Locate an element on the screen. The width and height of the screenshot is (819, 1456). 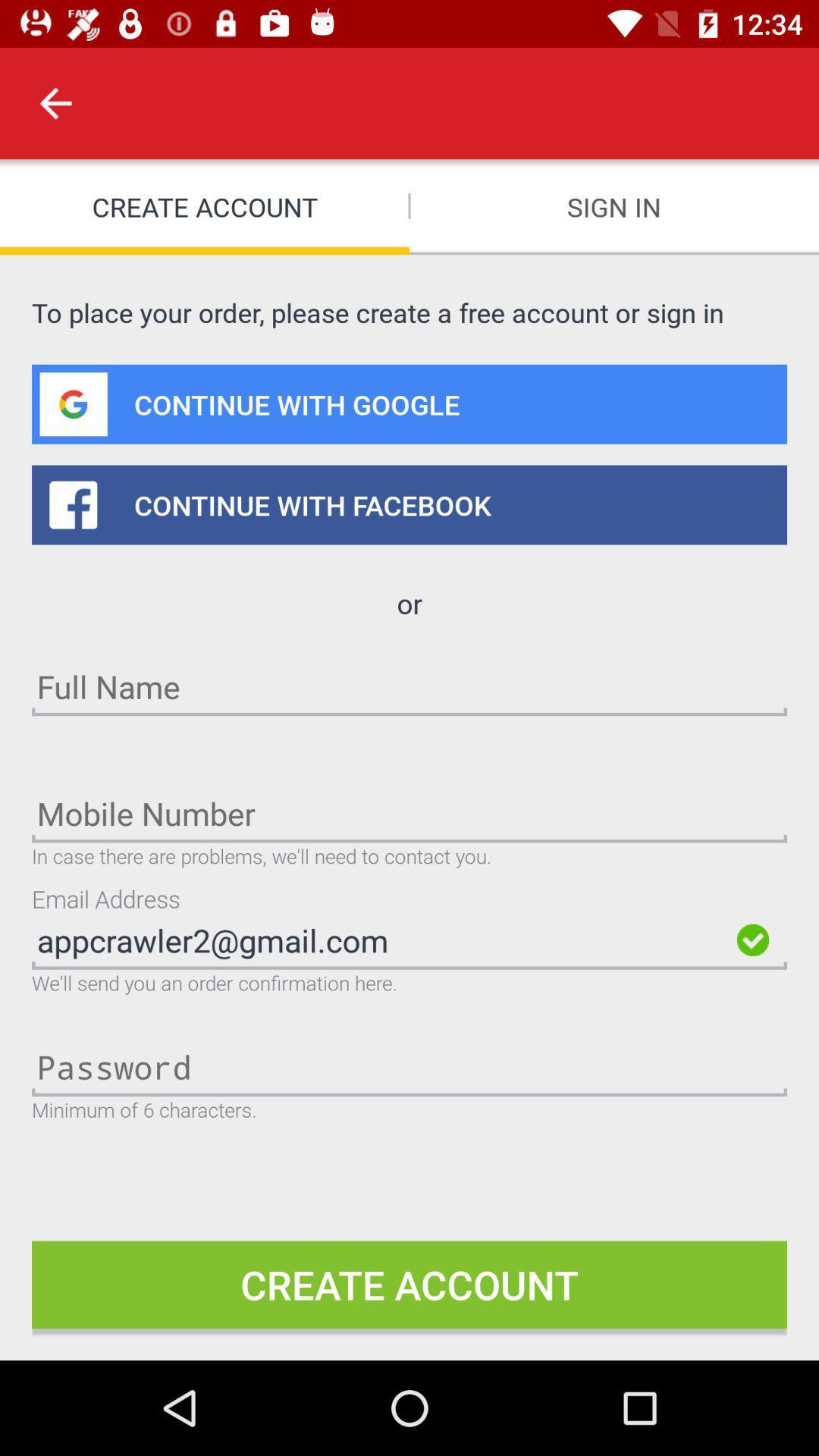
the name is located at coordinates (409, 686).